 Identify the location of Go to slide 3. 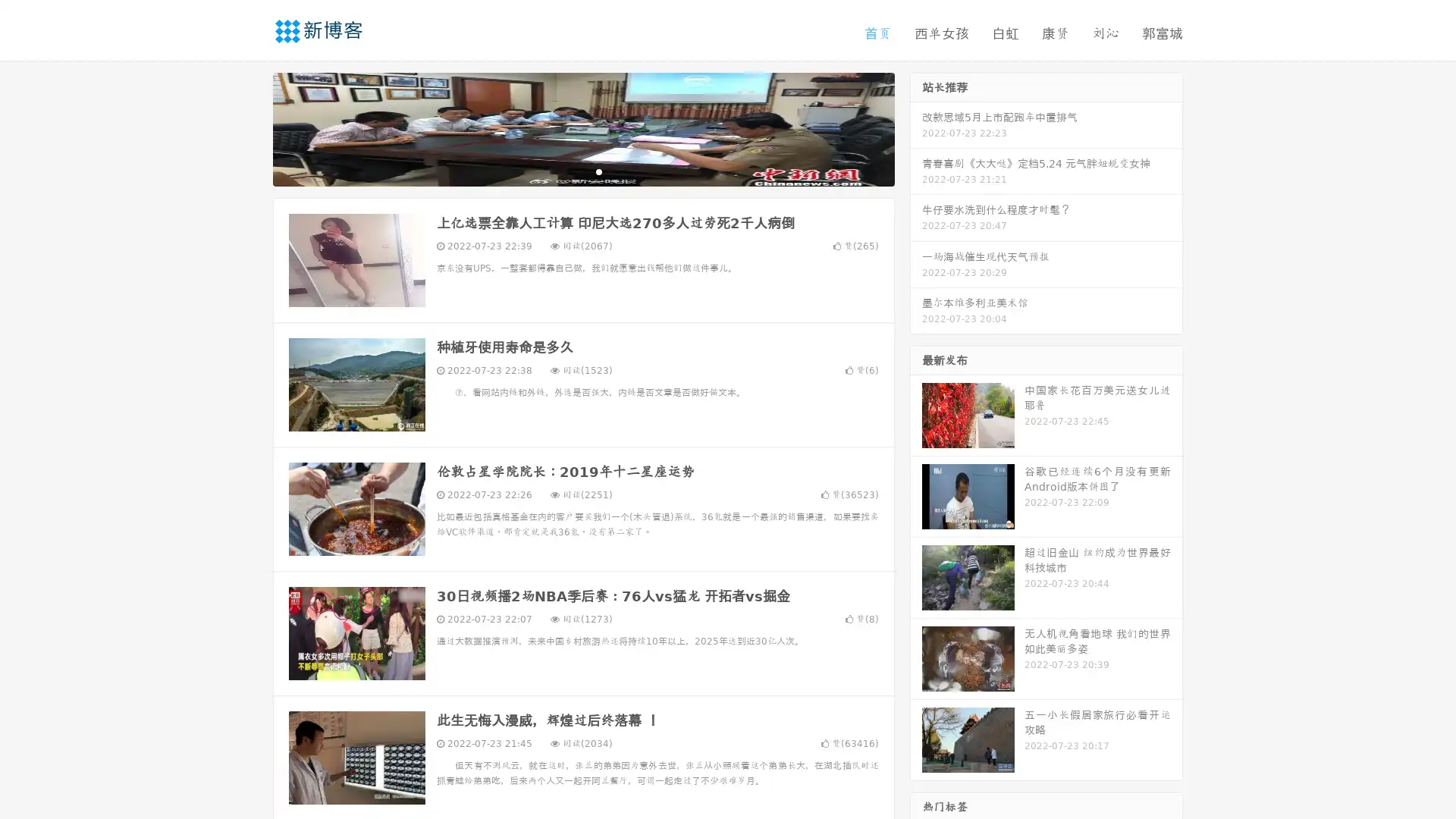
(598, 171).